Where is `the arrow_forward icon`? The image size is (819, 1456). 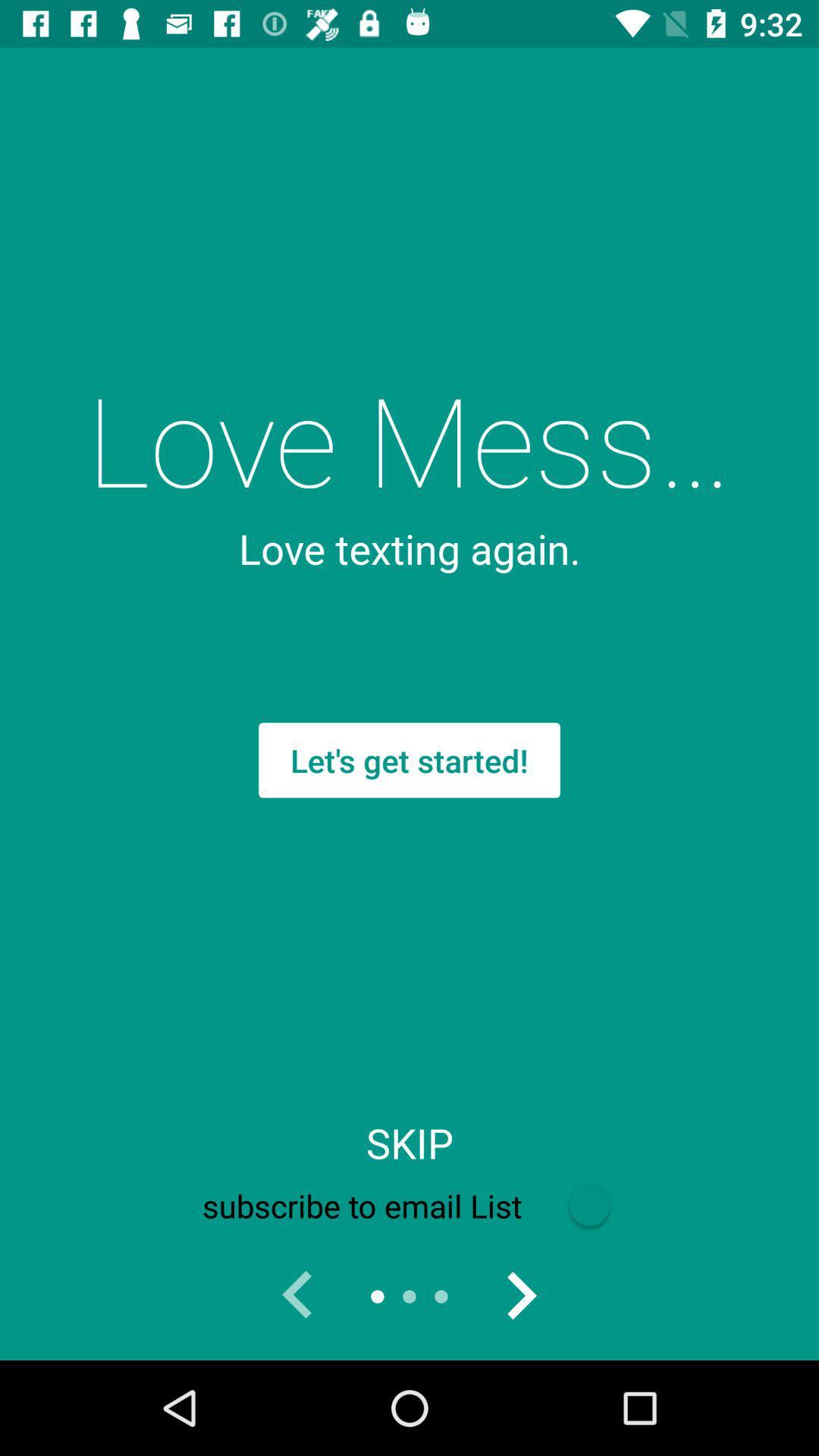
the arrow_forward icon is located at coordinates (519, 1295).